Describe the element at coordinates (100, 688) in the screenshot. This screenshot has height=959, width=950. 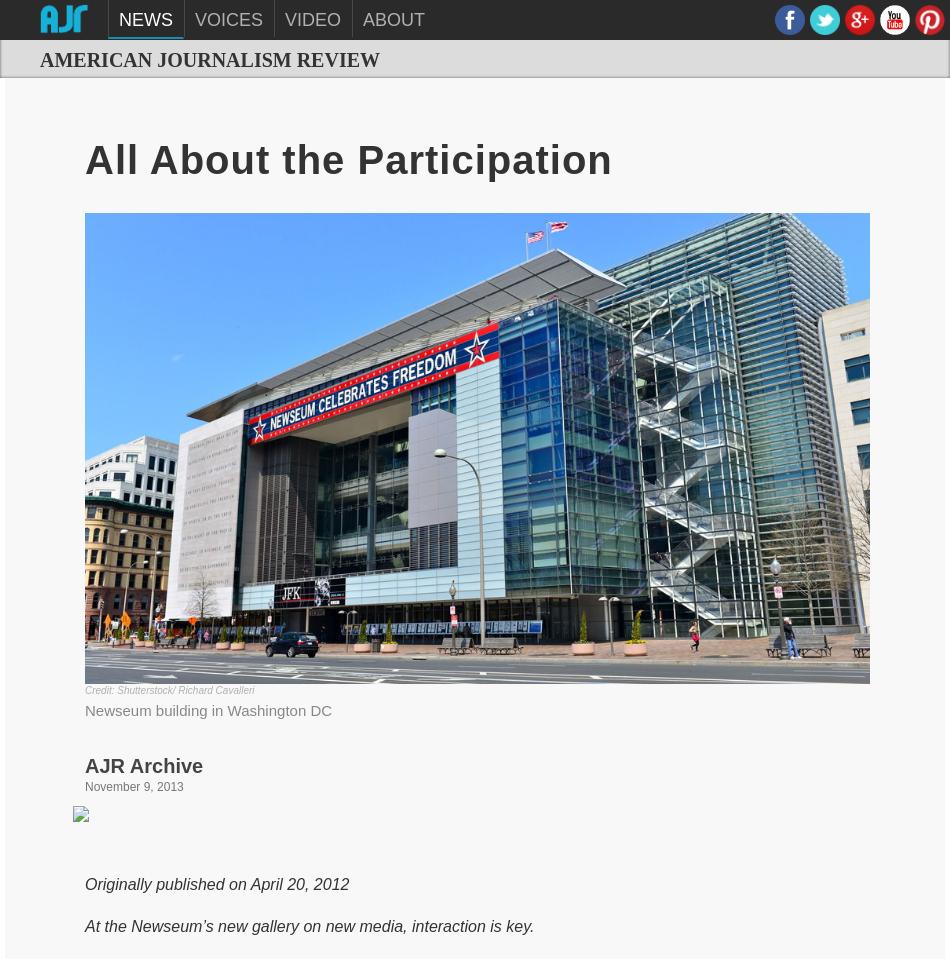
I see `'Credit:'` at that location.